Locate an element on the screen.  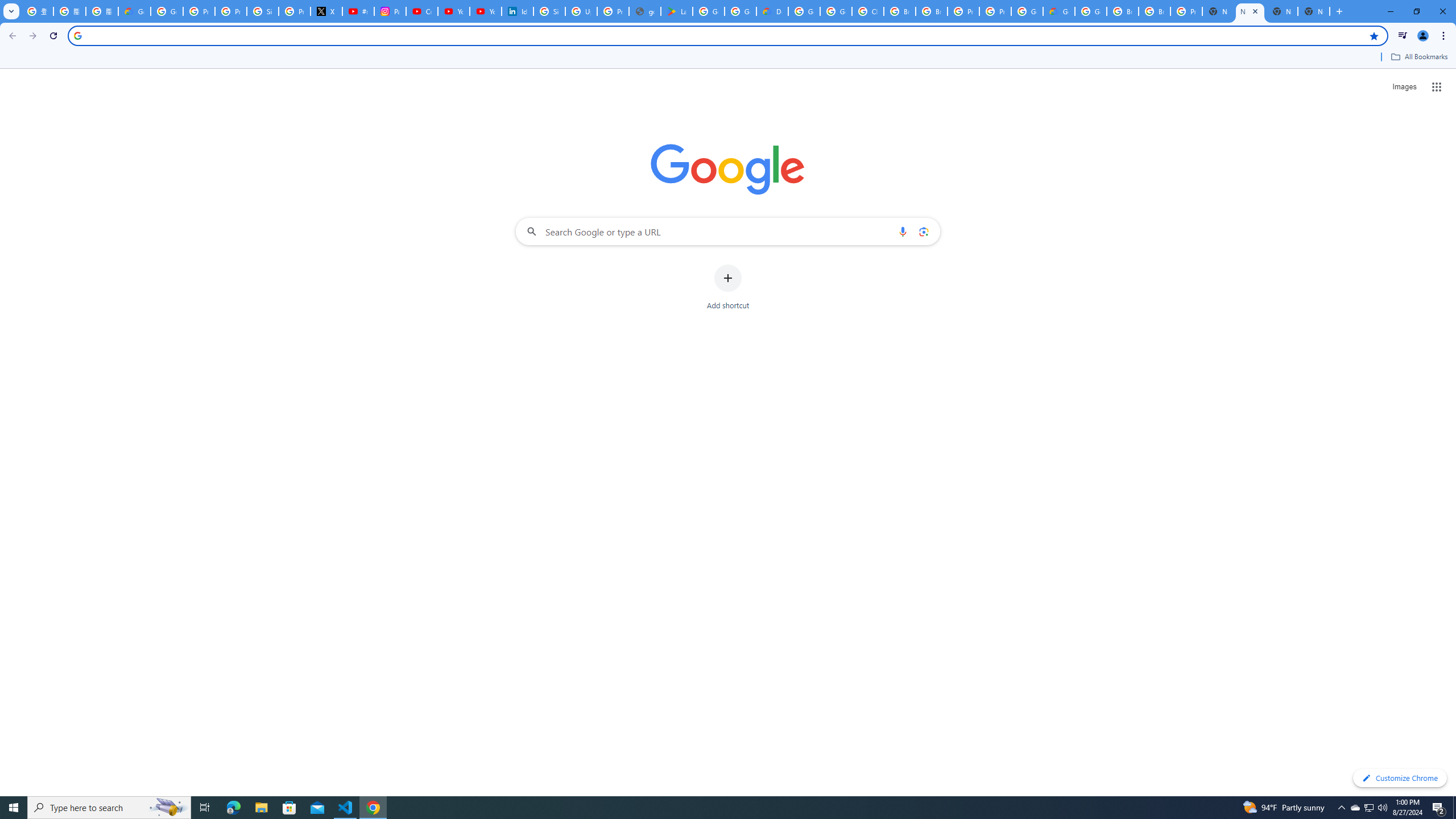
'Google Cloud Privacy Notice' is located at coordinates (134, 11).